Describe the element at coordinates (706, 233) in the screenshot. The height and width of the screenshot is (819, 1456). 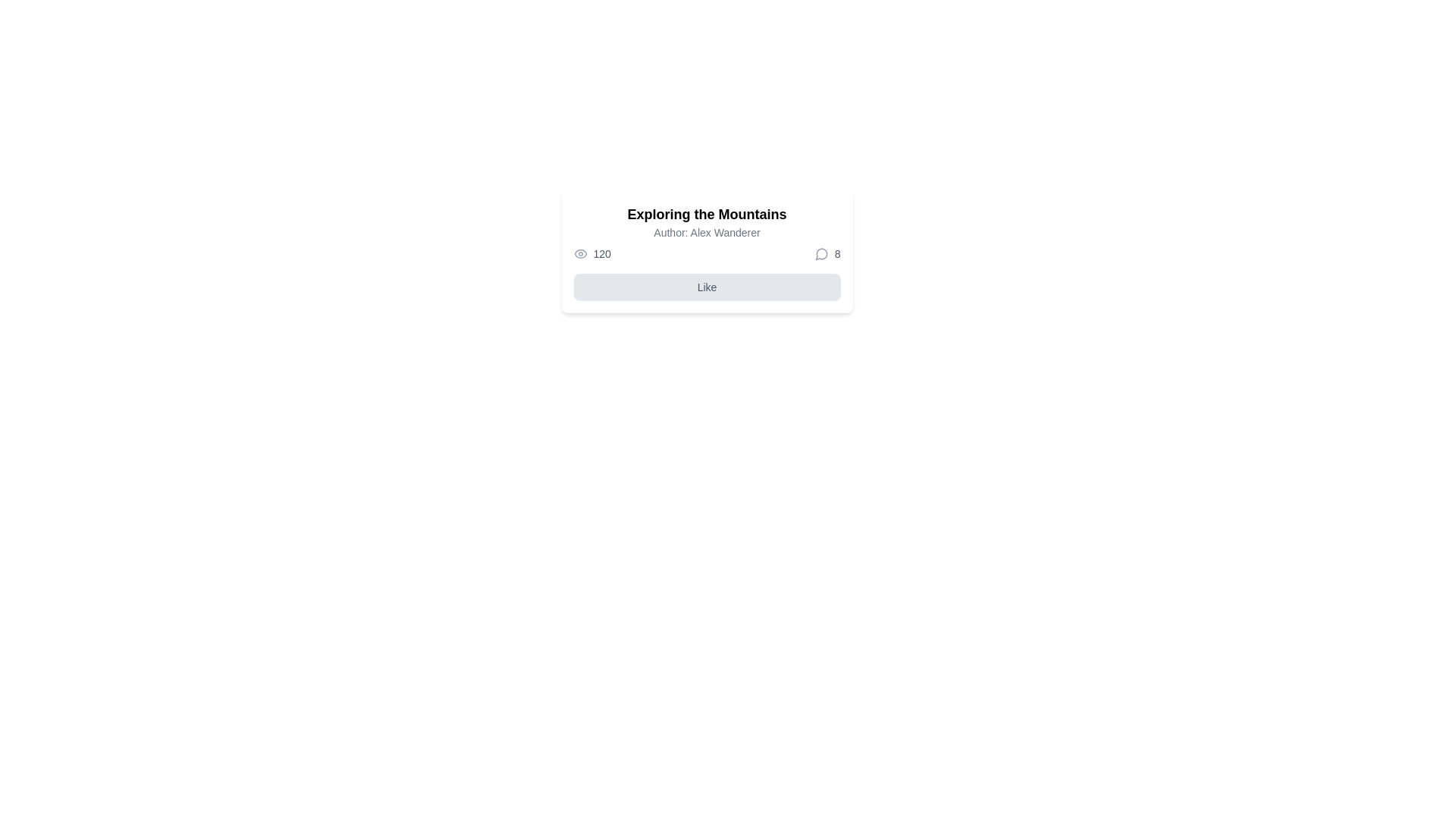
I see `the text label displaying the author's name, which is positioned below the heading 'Exploring the Mountains' and above the engagement metrics` at that location.